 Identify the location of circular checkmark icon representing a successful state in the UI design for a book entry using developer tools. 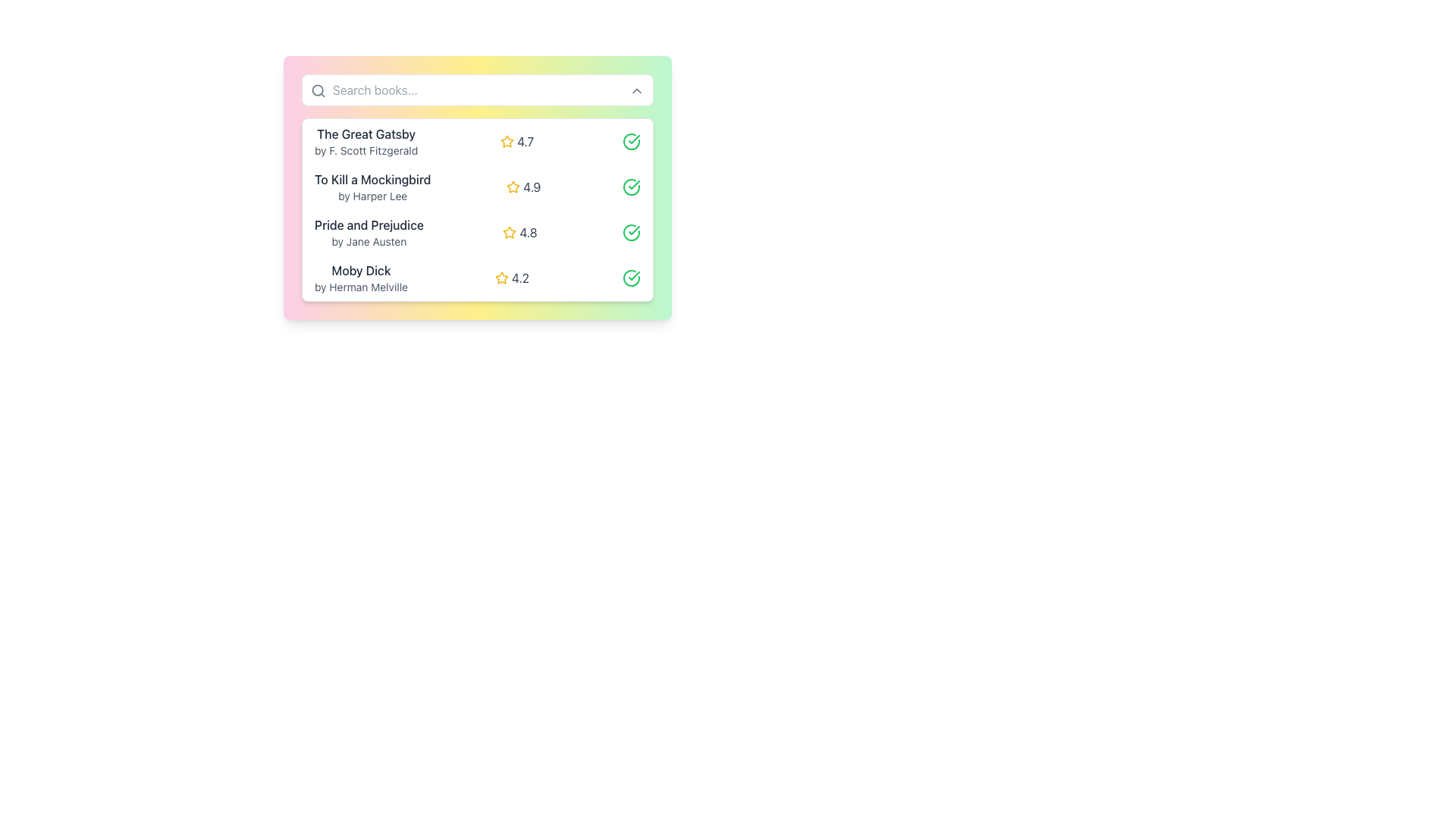
(631, 278).